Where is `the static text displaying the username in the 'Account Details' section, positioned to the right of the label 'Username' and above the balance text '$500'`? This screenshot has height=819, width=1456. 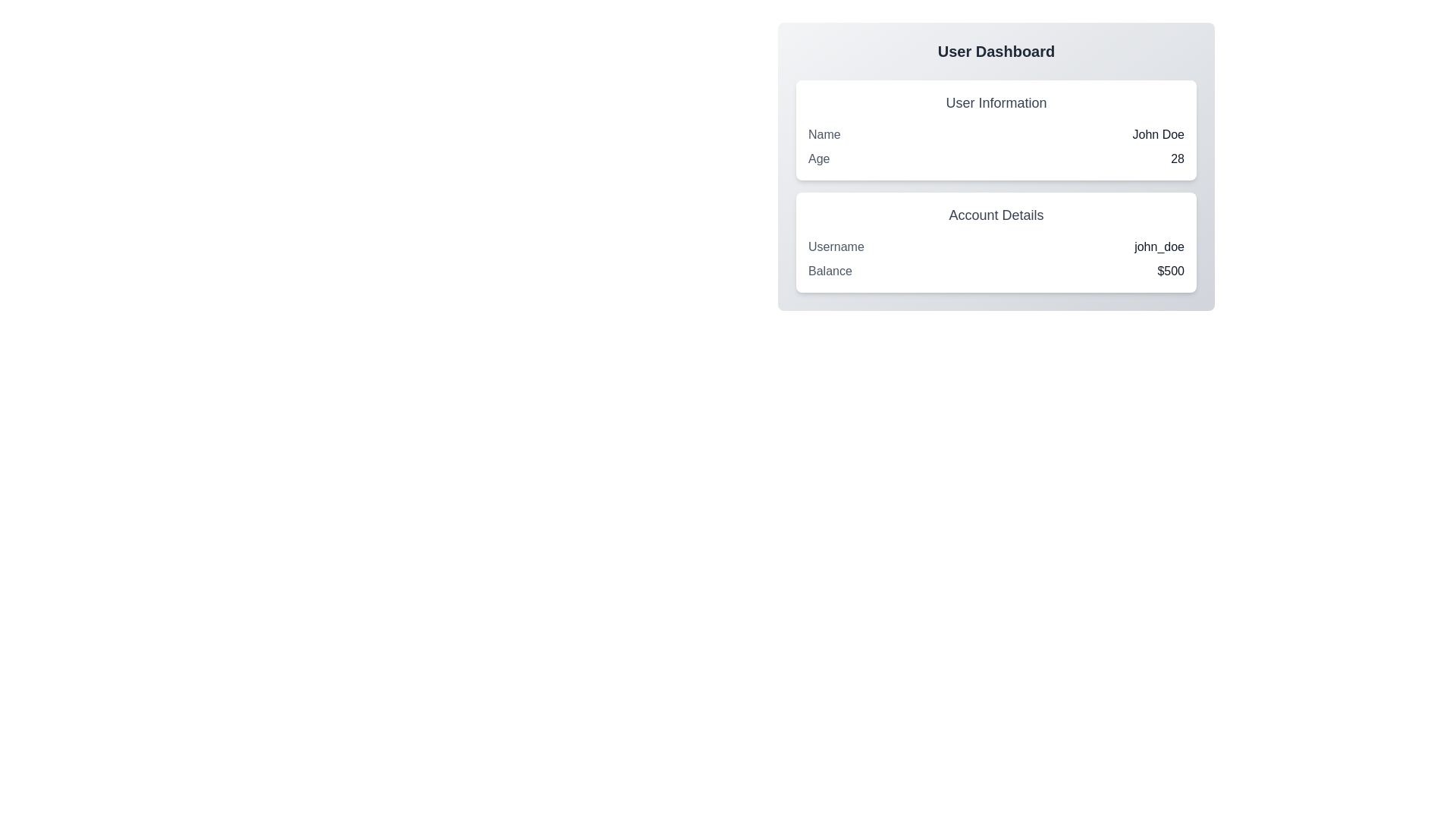 the static text displaying the username in the 'Account Details' section, positioned to the right of the label 'Username' and above the balance text '$500' is located at coordinates (1159, 246).